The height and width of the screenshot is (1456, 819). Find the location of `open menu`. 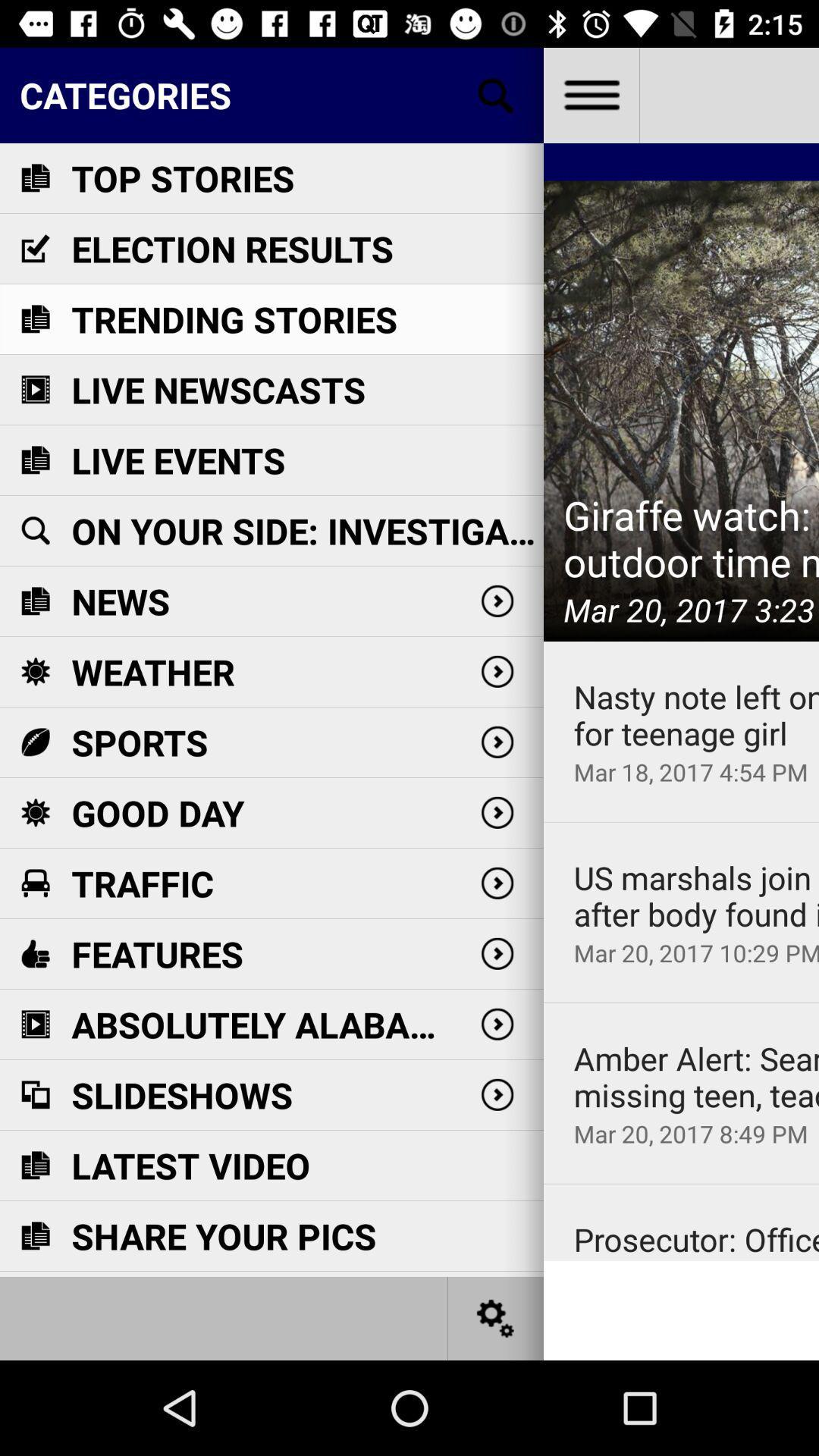

open menu is located at coordinates (590, 94).